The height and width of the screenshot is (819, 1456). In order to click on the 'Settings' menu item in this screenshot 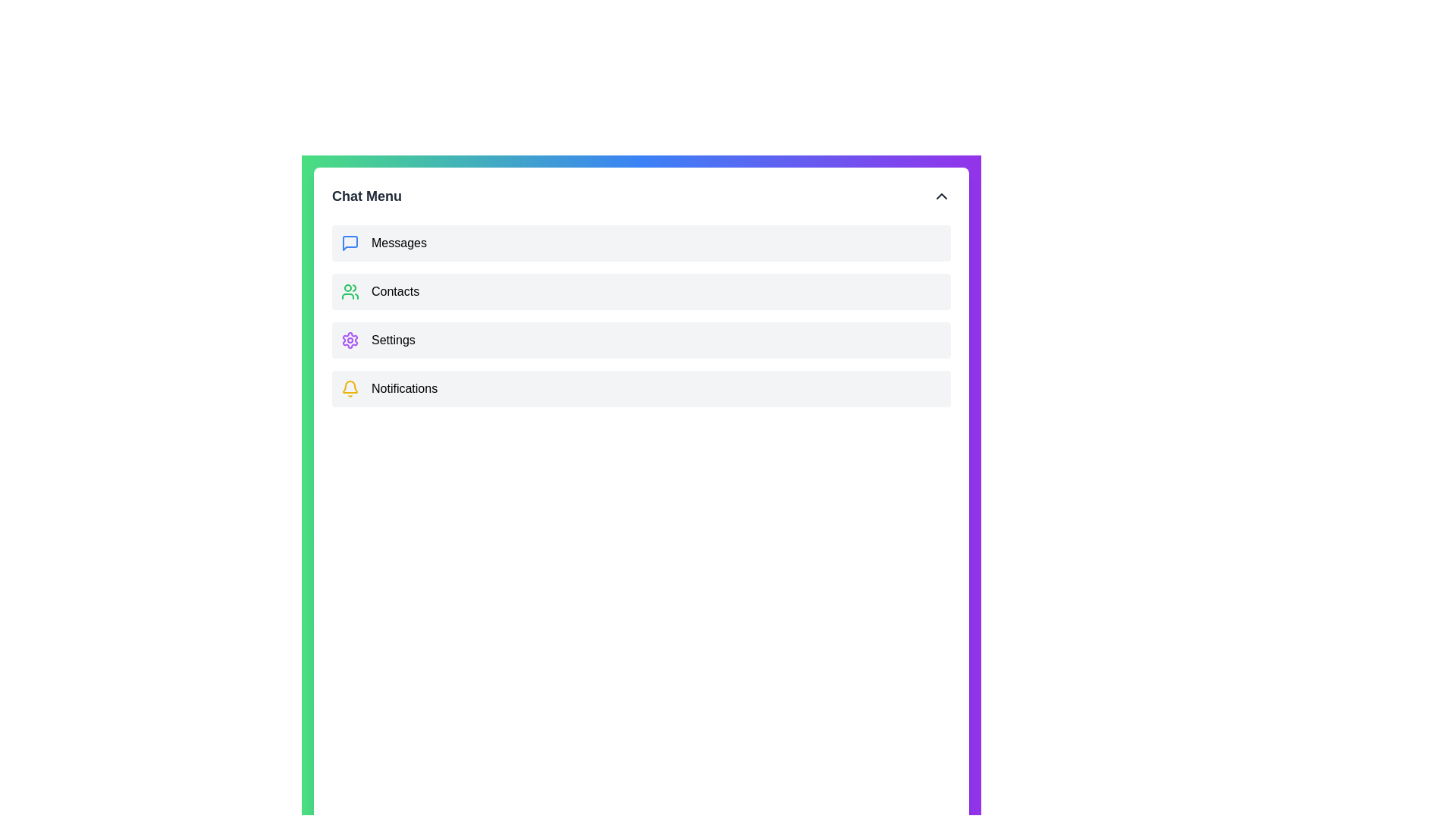, I will do `click(641, 339)`.